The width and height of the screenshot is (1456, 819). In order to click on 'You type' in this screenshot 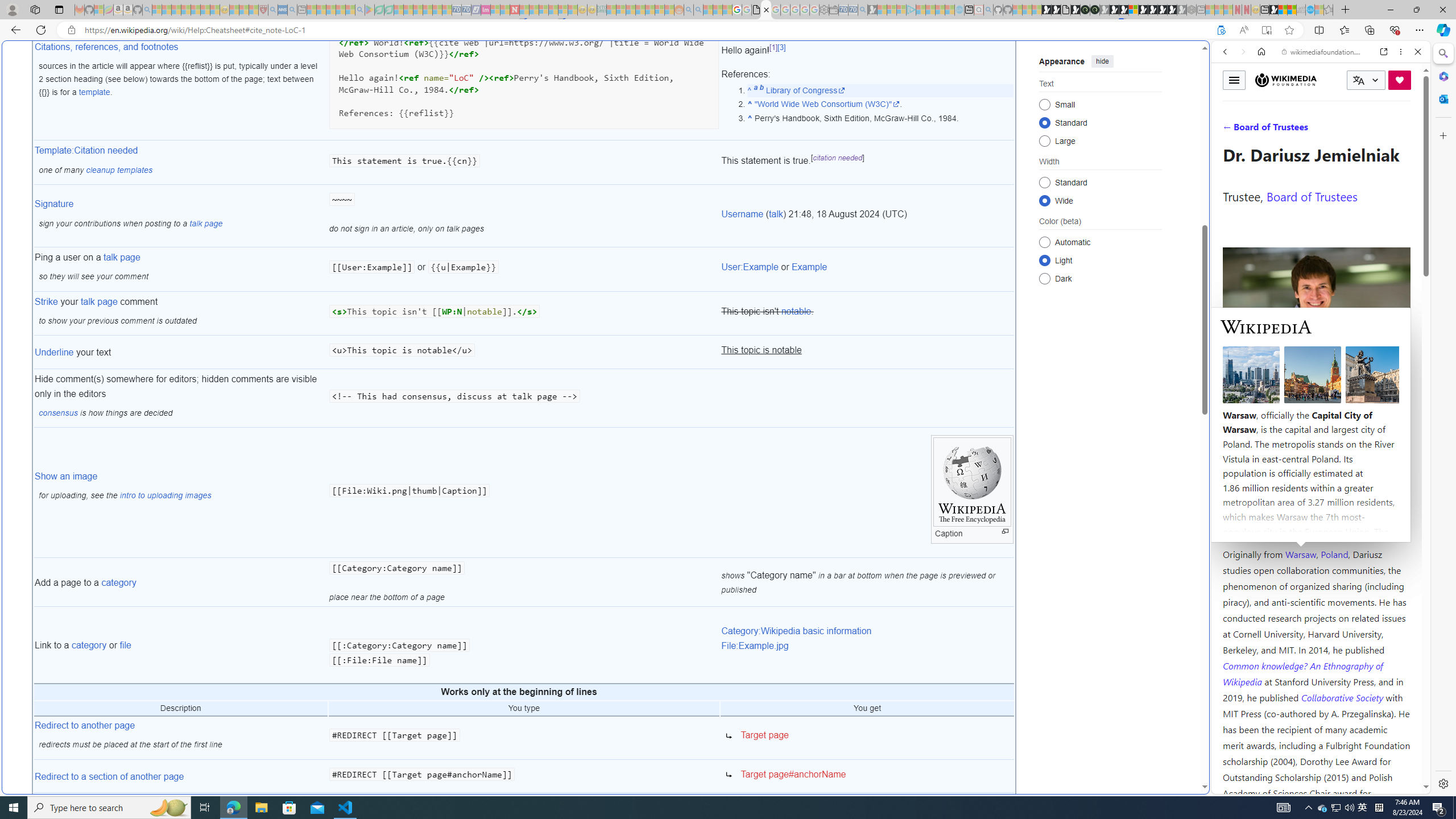, I will do `click(524, 708)`.